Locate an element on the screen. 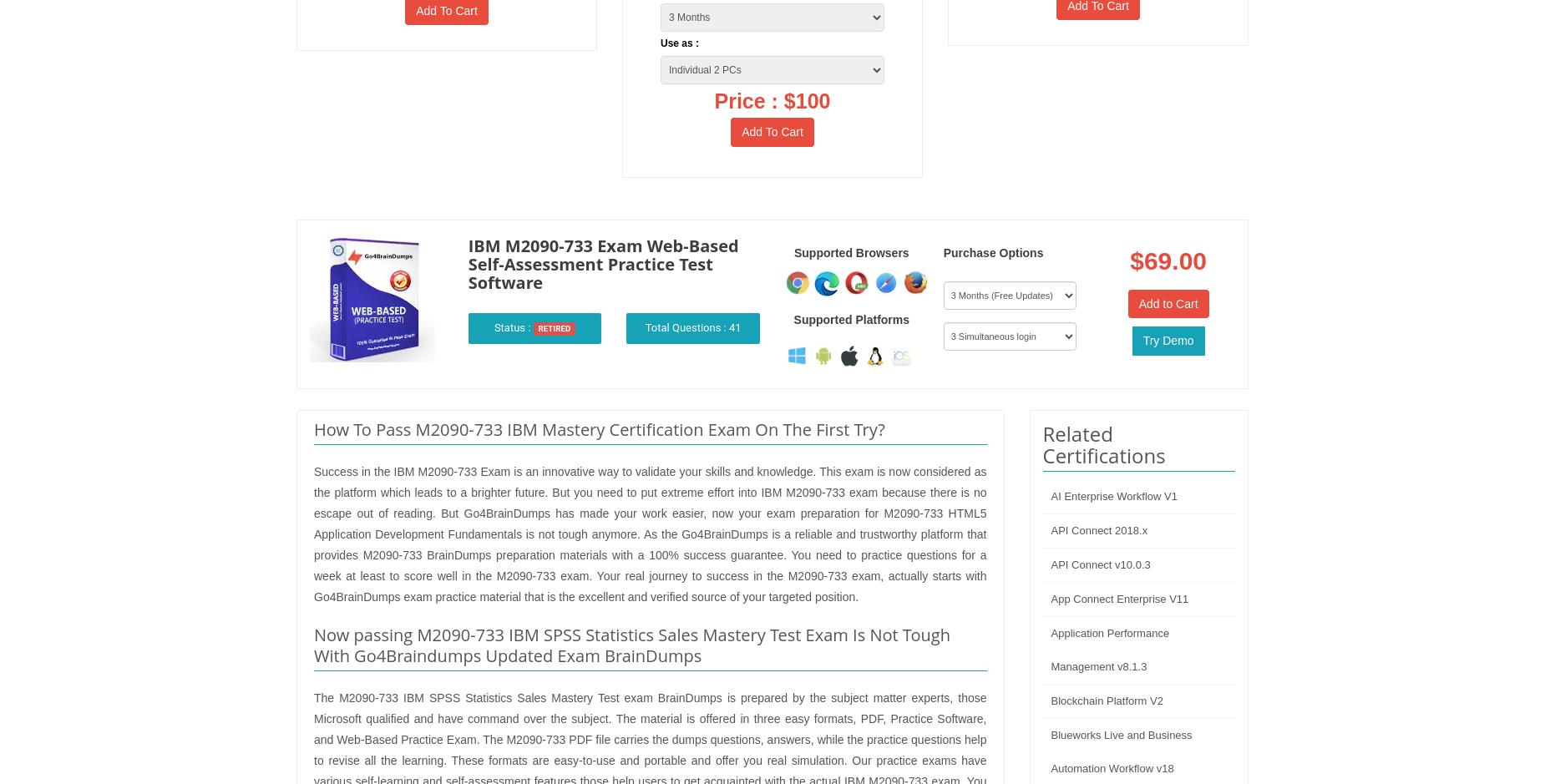  'IBM M2090-733 Exam Web-Based Self-Assessment Practice Test Software' is located at coordinates (603, 263).